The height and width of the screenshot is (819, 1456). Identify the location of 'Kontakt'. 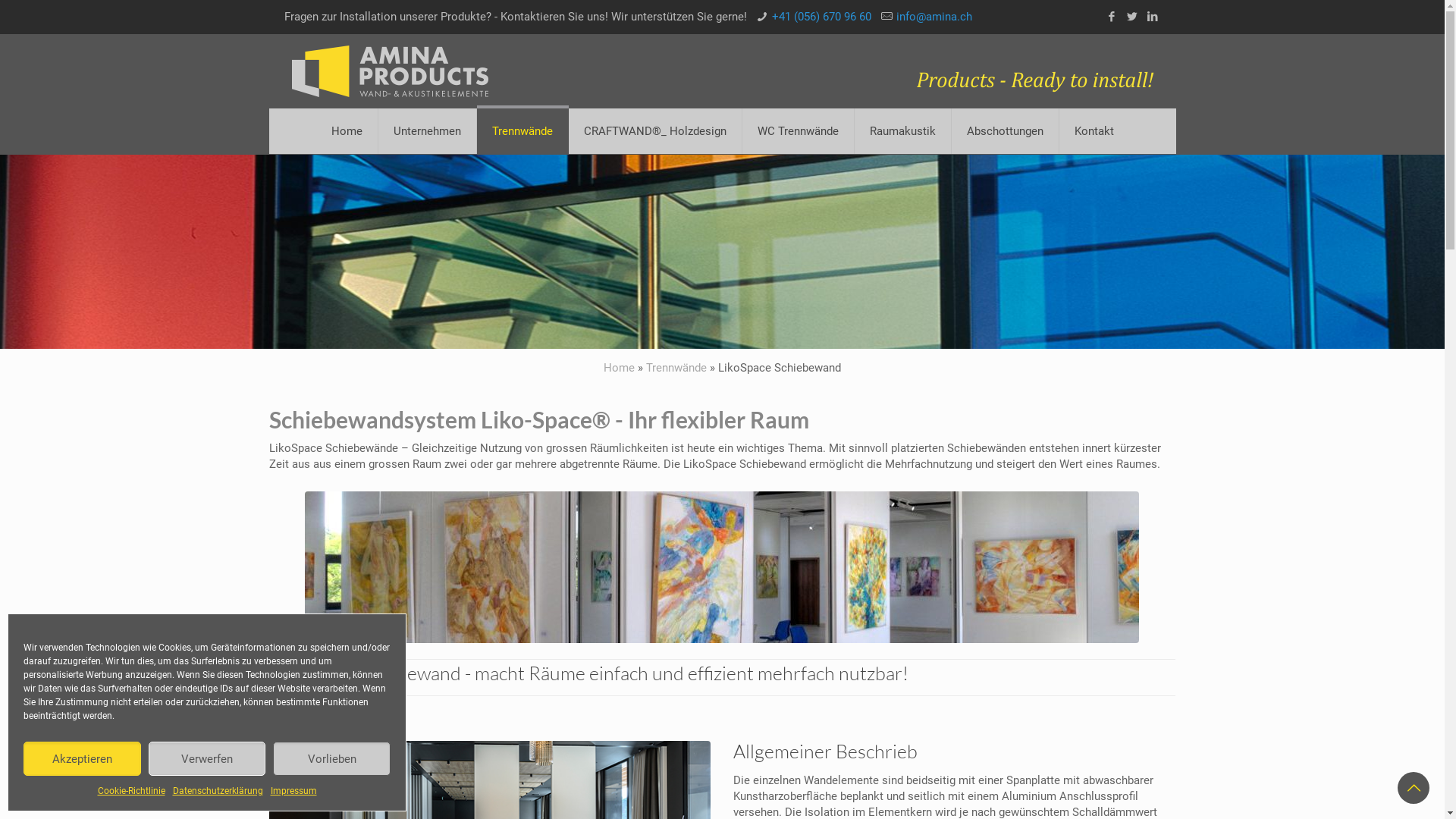
(1093, 130).